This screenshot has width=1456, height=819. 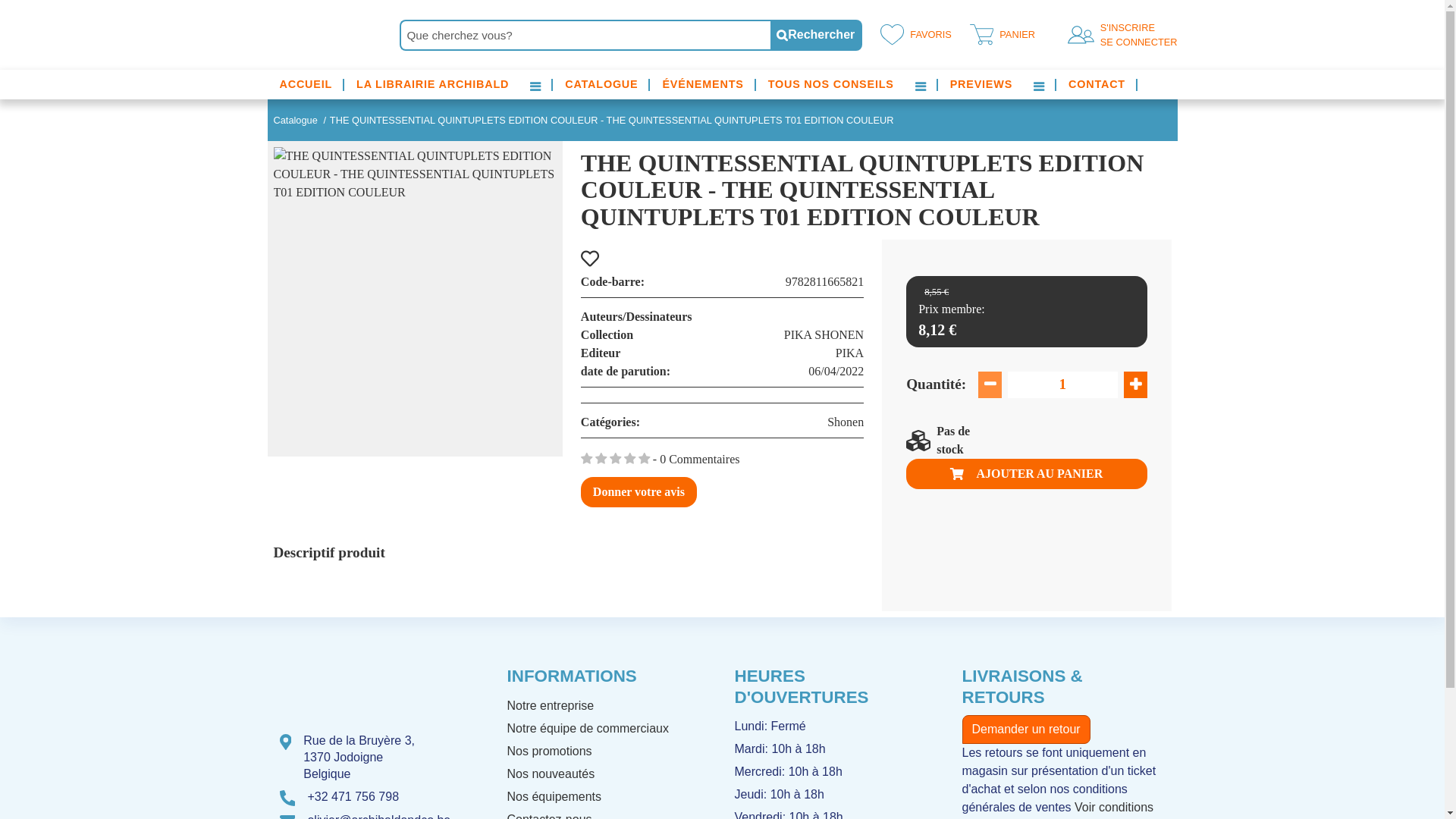 I want to click on 'LA LIBRAIRIE ARCHIBALD', so click(x=431, y=84).